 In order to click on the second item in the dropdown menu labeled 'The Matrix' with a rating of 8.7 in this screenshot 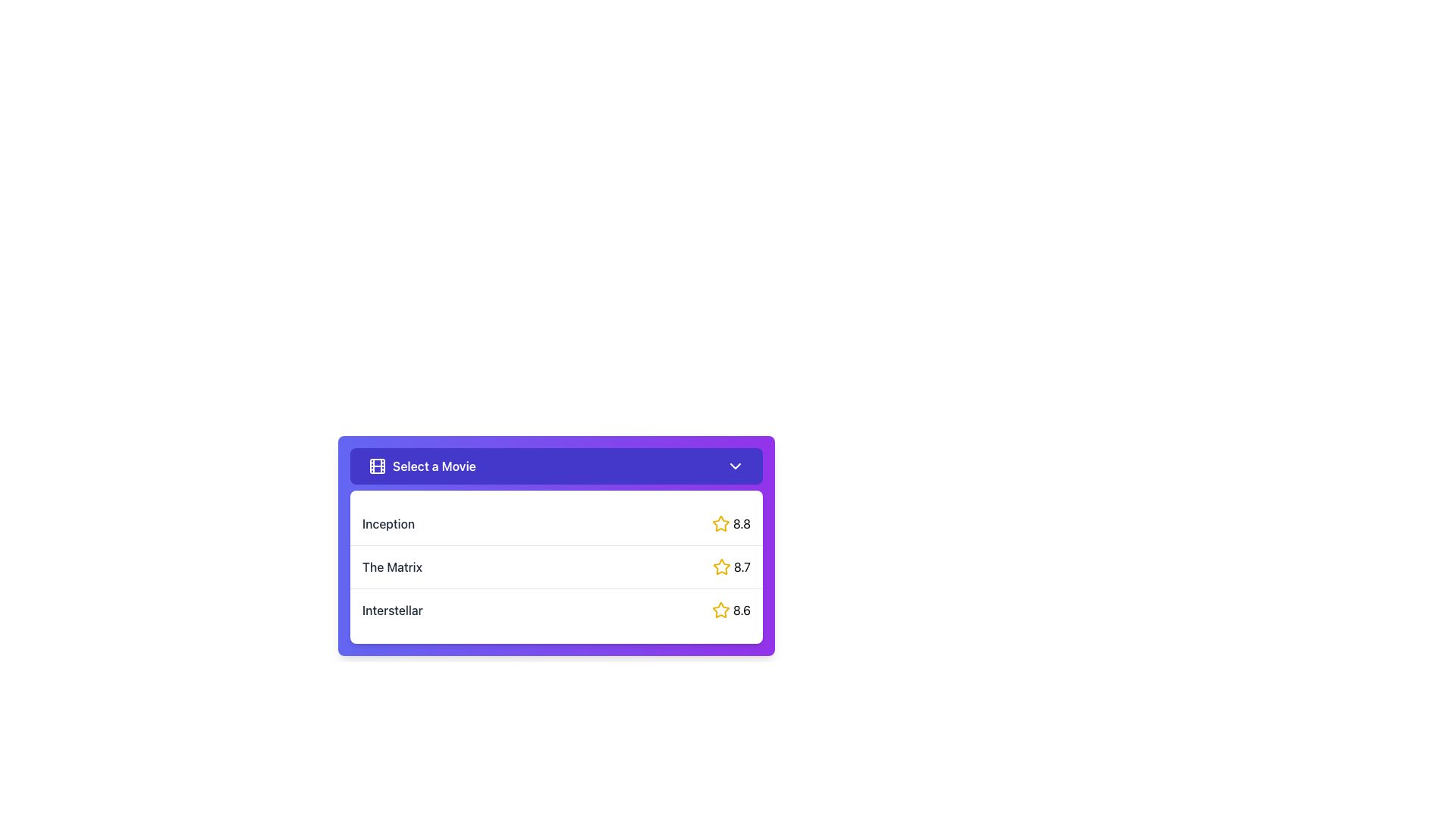, I will do `click(556, 567)`.